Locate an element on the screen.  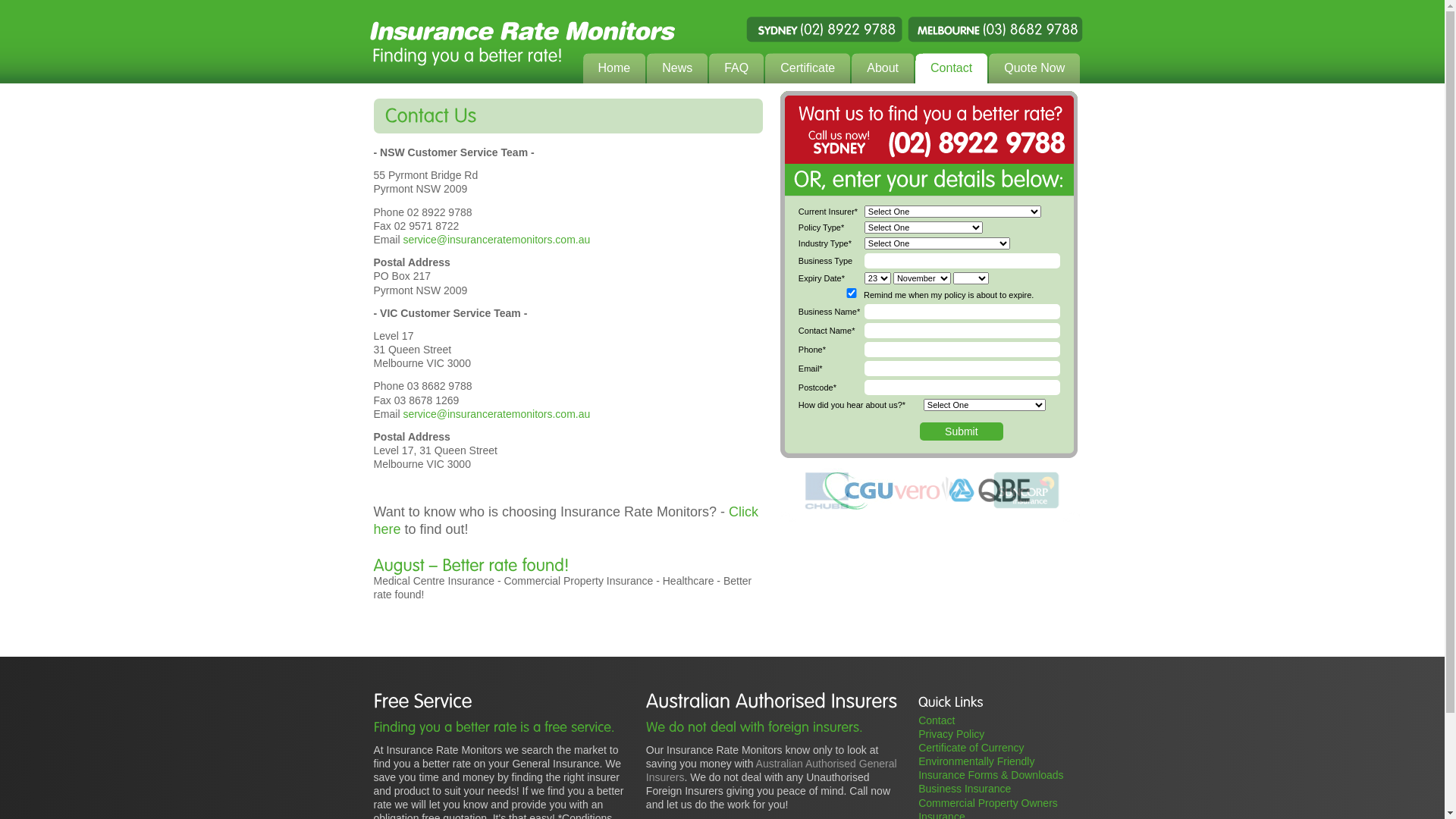
'Privacy Policy' is located at coordinates (950, 733).